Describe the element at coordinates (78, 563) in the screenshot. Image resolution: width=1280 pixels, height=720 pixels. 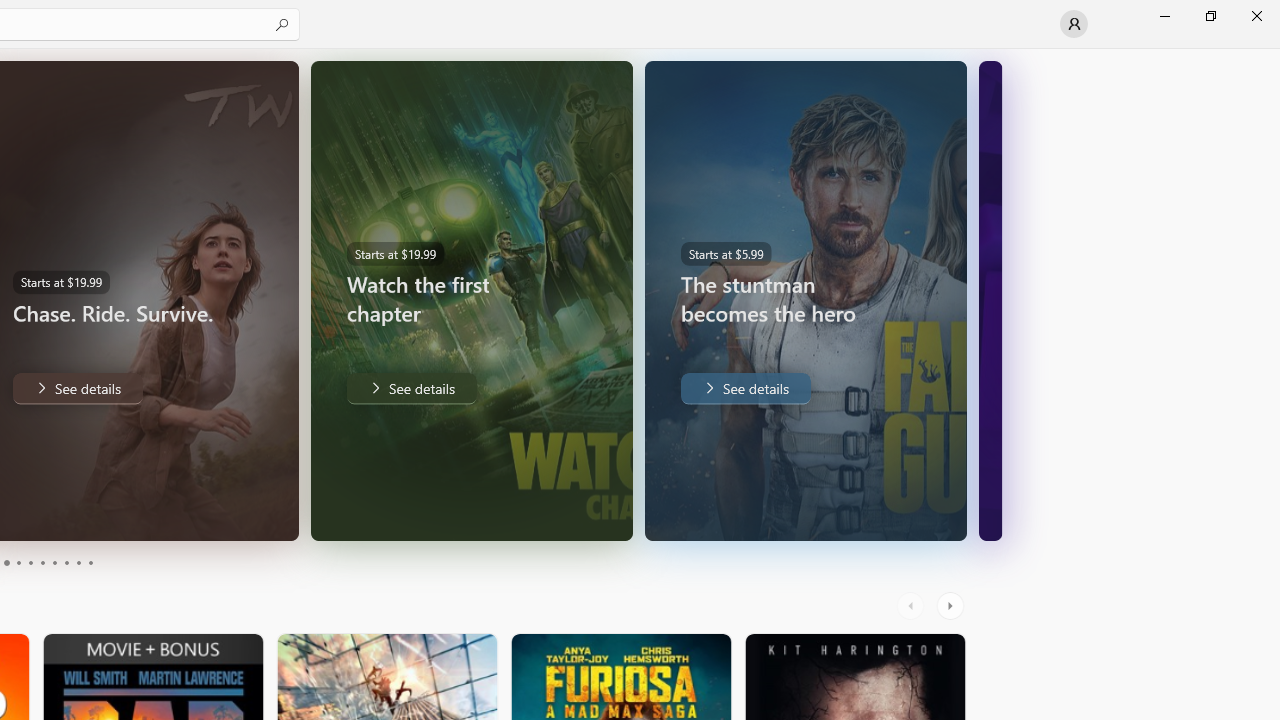
I see `'Page 9'` at that location.